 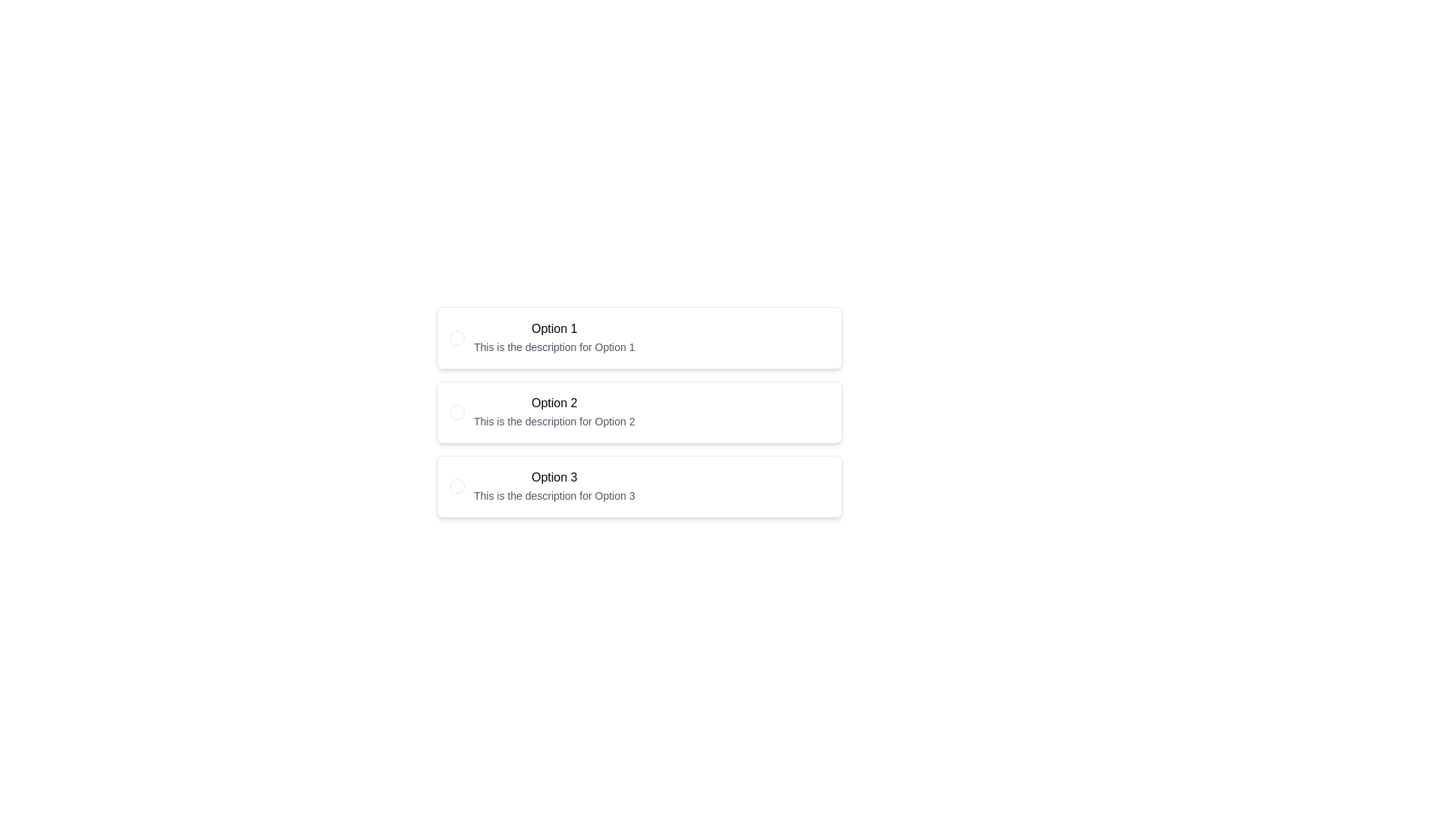 What do you see at coordinates (457, 486) in the screenshot?
I see `the radio button associated with 'Option 3'` at bounding box center [457, 486].